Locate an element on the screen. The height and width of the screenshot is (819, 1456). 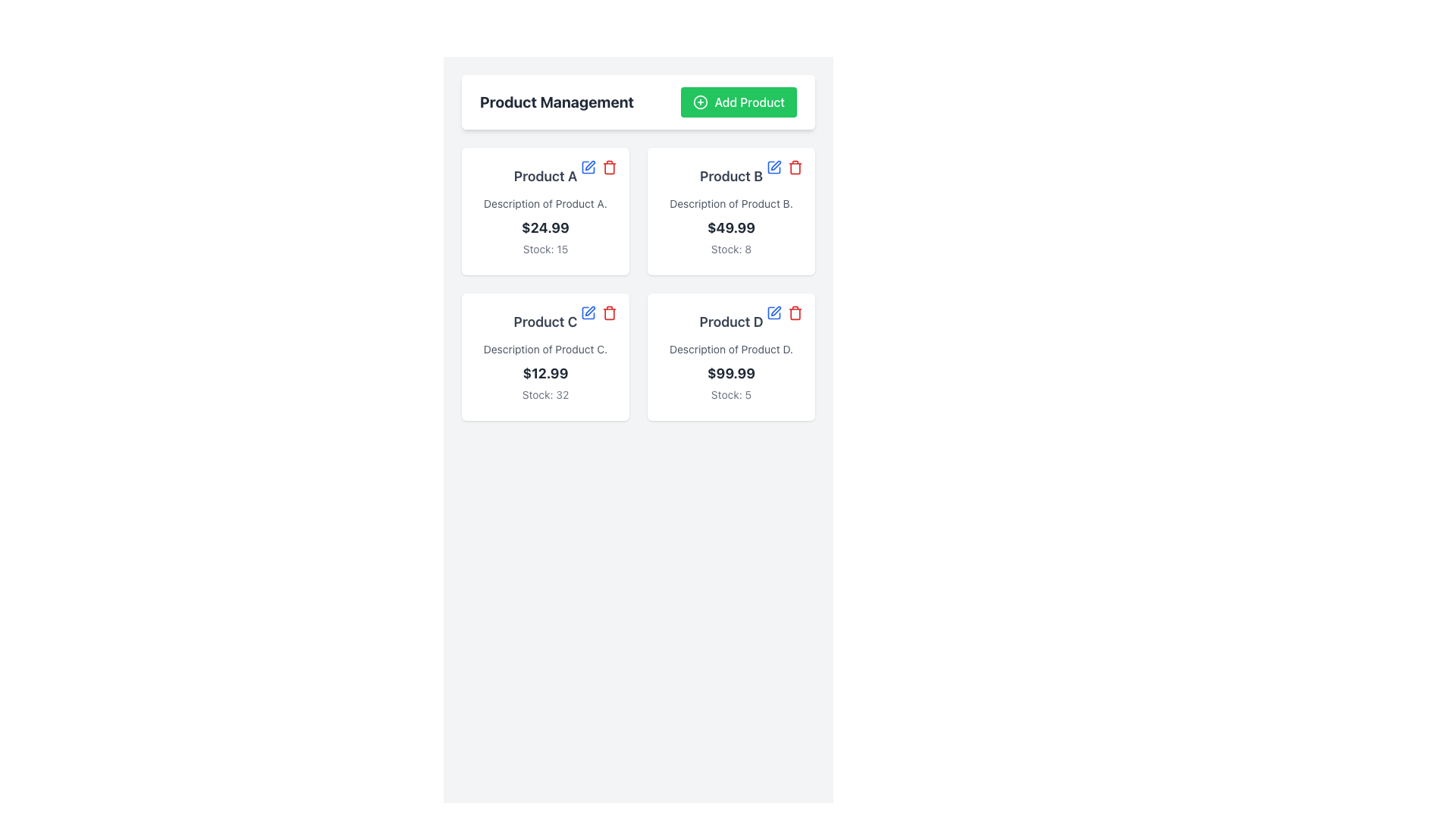
the pen icon located in the top-right corner of the fourth product card labeled 'Product D' to initiate editing is located at coordinates (776, 310).